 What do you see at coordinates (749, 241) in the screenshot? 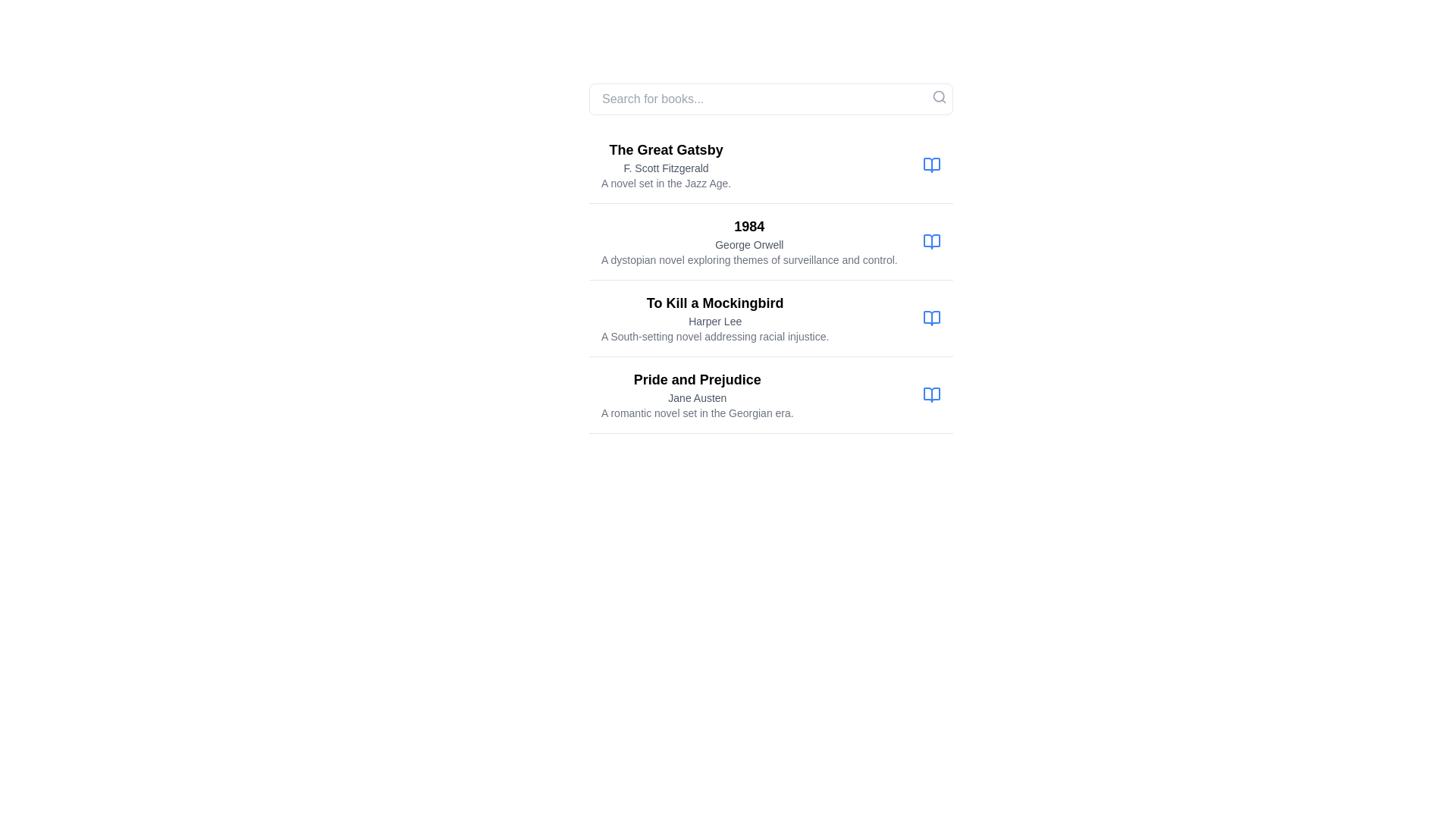
I see `the informational text block for the book '1984' by George Orwell` at bounding box center [749, 241].